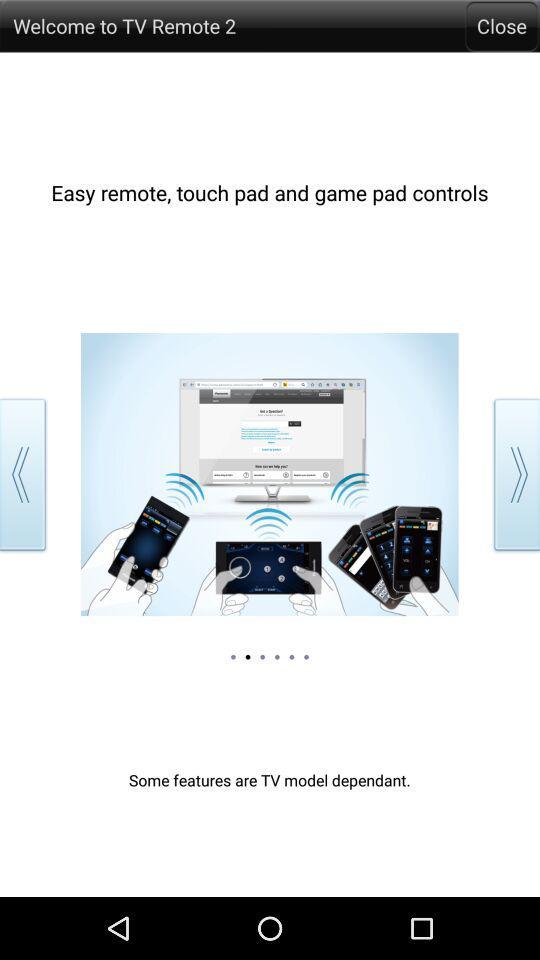  I want to click on the av_forward icon, so click(513, 507).